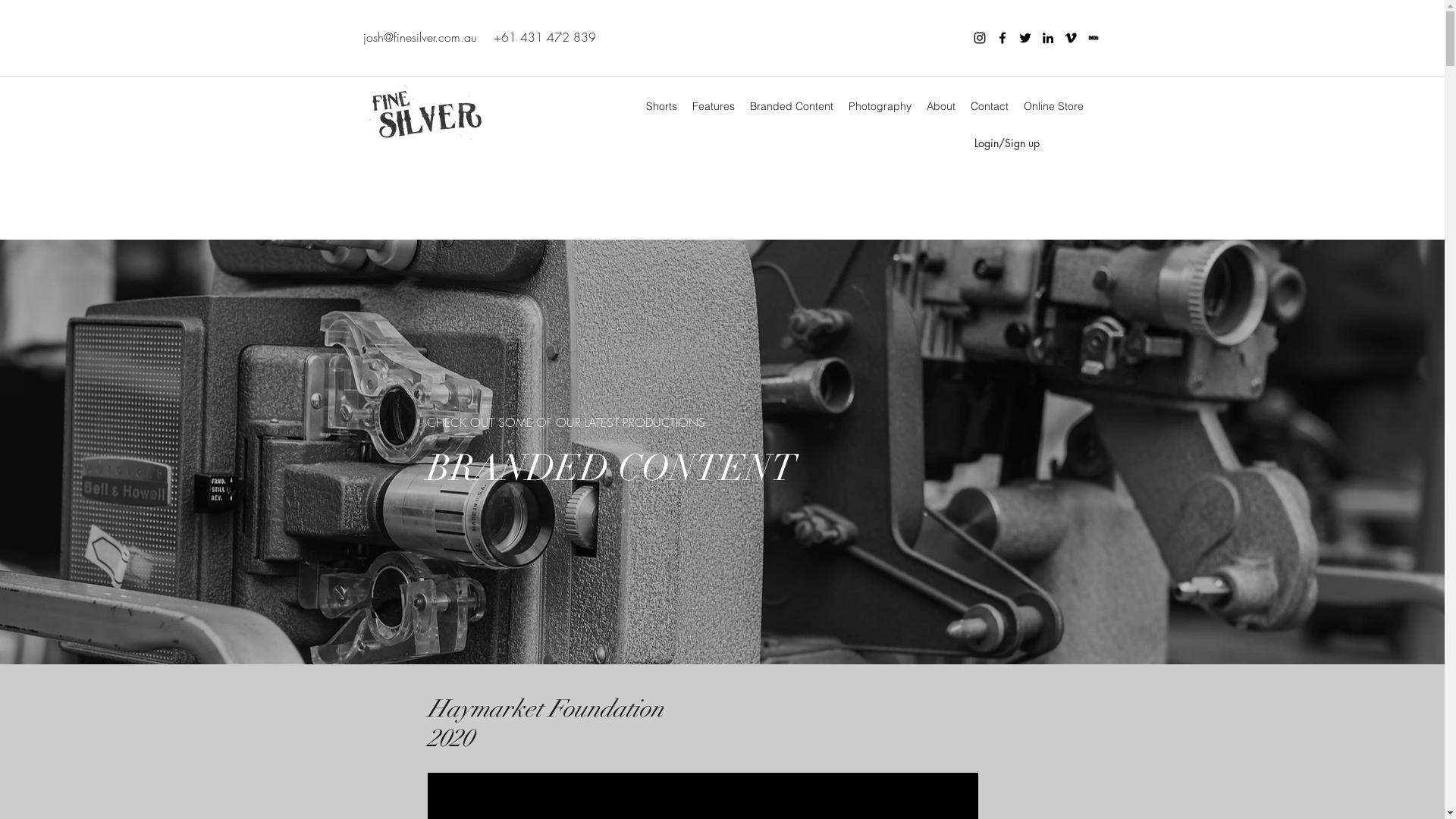 This screenshot has width=1456, height=819. Describe the element at coordinates (661, 105) in the screenshot. I see `'Shorts'` at that location.